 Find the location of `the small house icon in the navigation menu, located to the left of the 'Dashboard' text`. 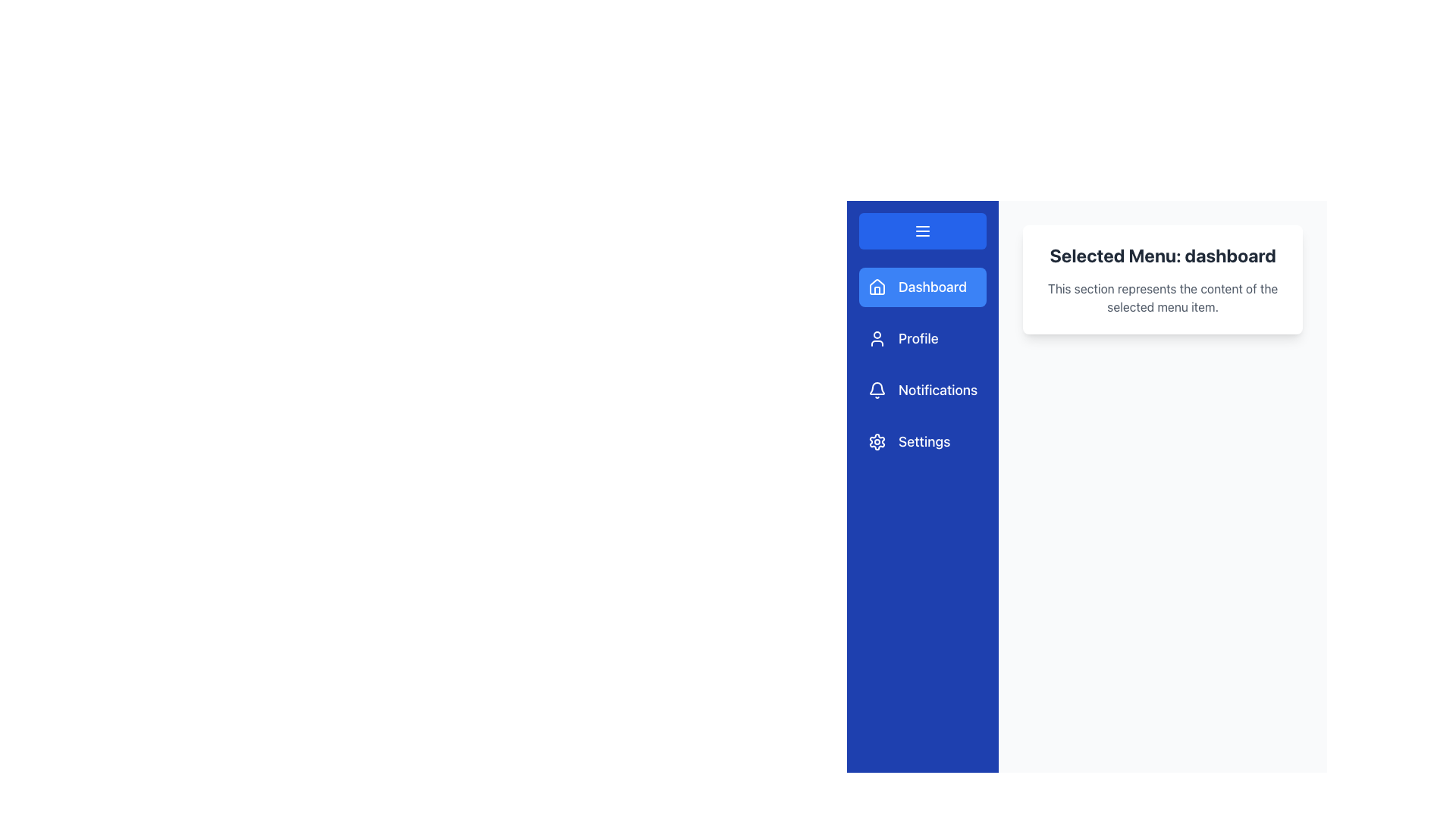

the small house icon in the navigation menu, located to the left of the 'Dashboard' text is located at coordinates (877, 287).